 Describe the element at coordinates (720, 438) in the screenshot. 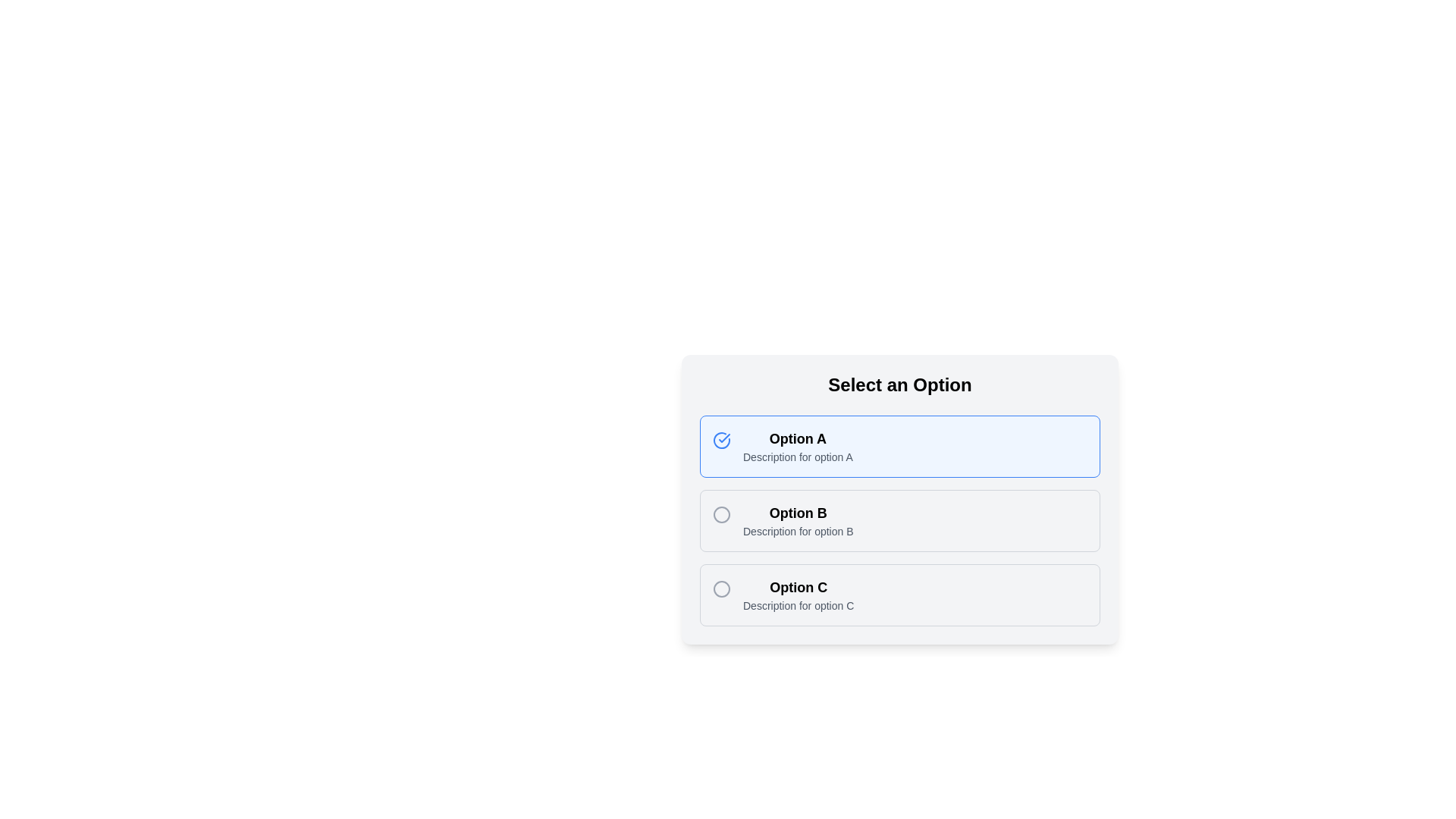

I see `the small circular blue icon with a check mark located at the top-left corner of the 'Option A' card` at that location.